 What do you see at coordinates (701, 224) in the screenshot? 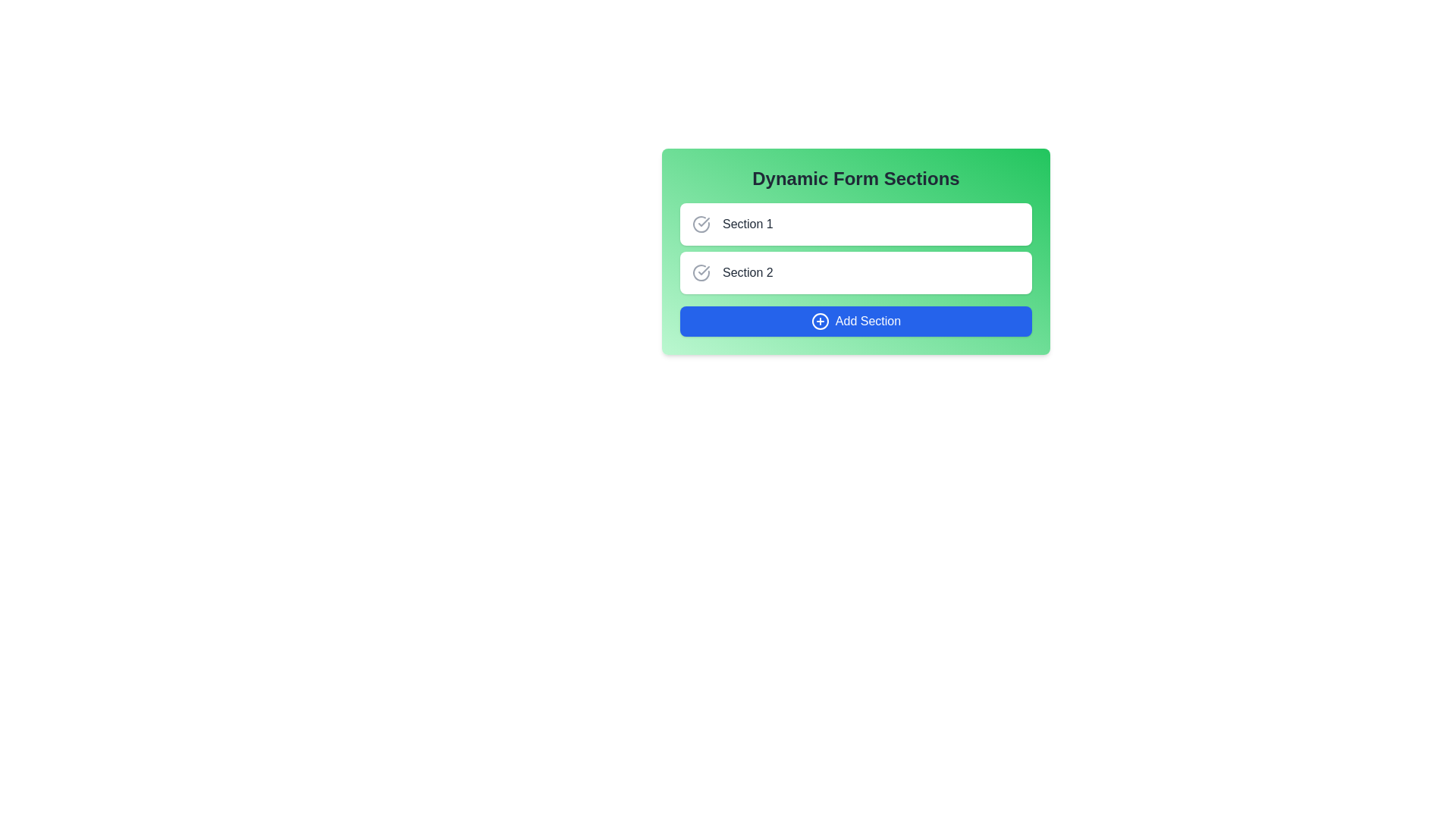
I see `the circular checkmark icon located to the left of the 'Section 1' text in the first row of the 'Dynamic Form Sections' list` at bounding box center [701, 224].